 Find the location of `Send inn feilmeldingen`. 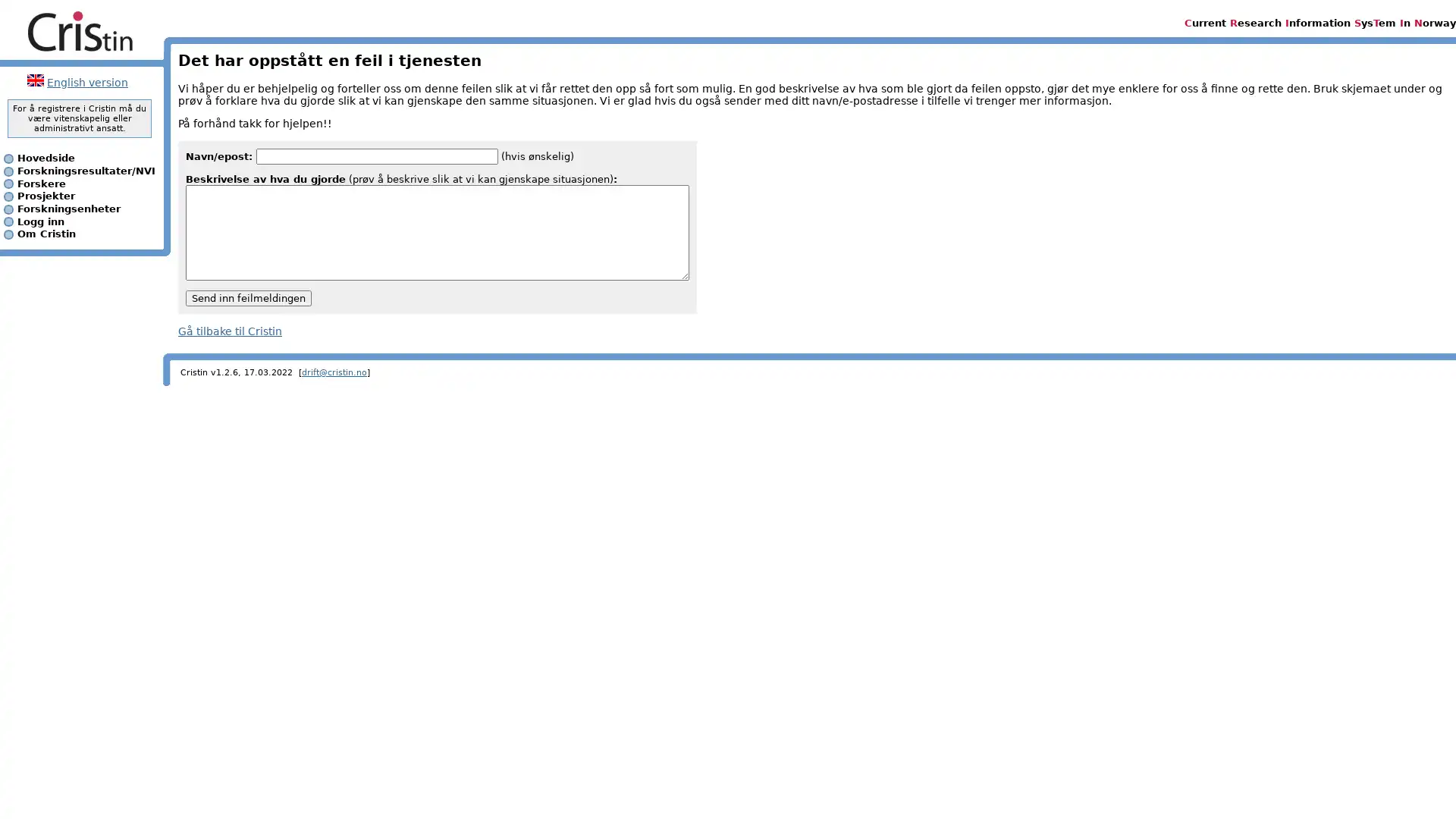

Send inn feilmeldingen is located at coordinates (248, 298).